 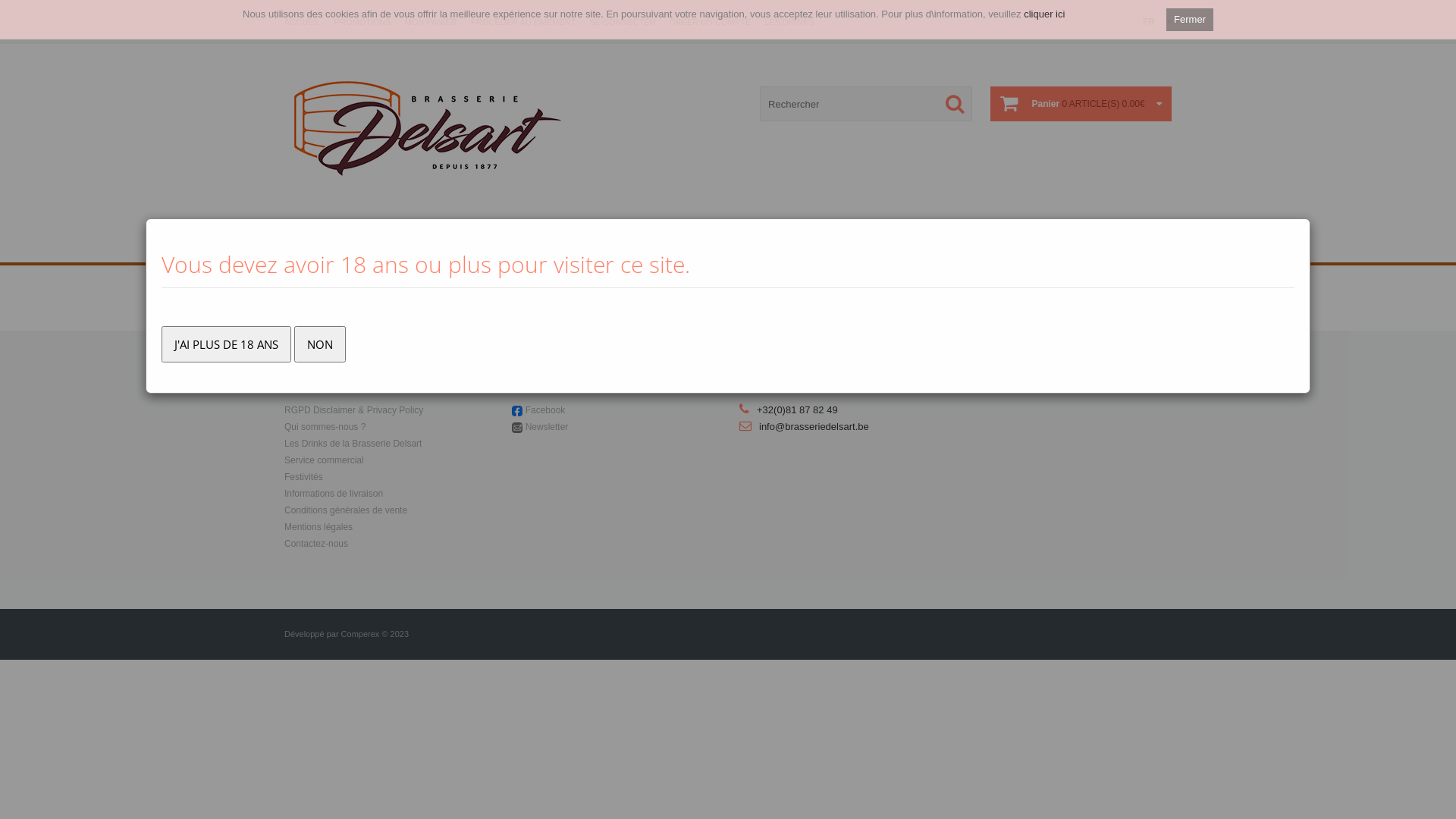 I want to click on 'RGPD Disclaimer & Privacy Policy', so click(x=353, y=409).